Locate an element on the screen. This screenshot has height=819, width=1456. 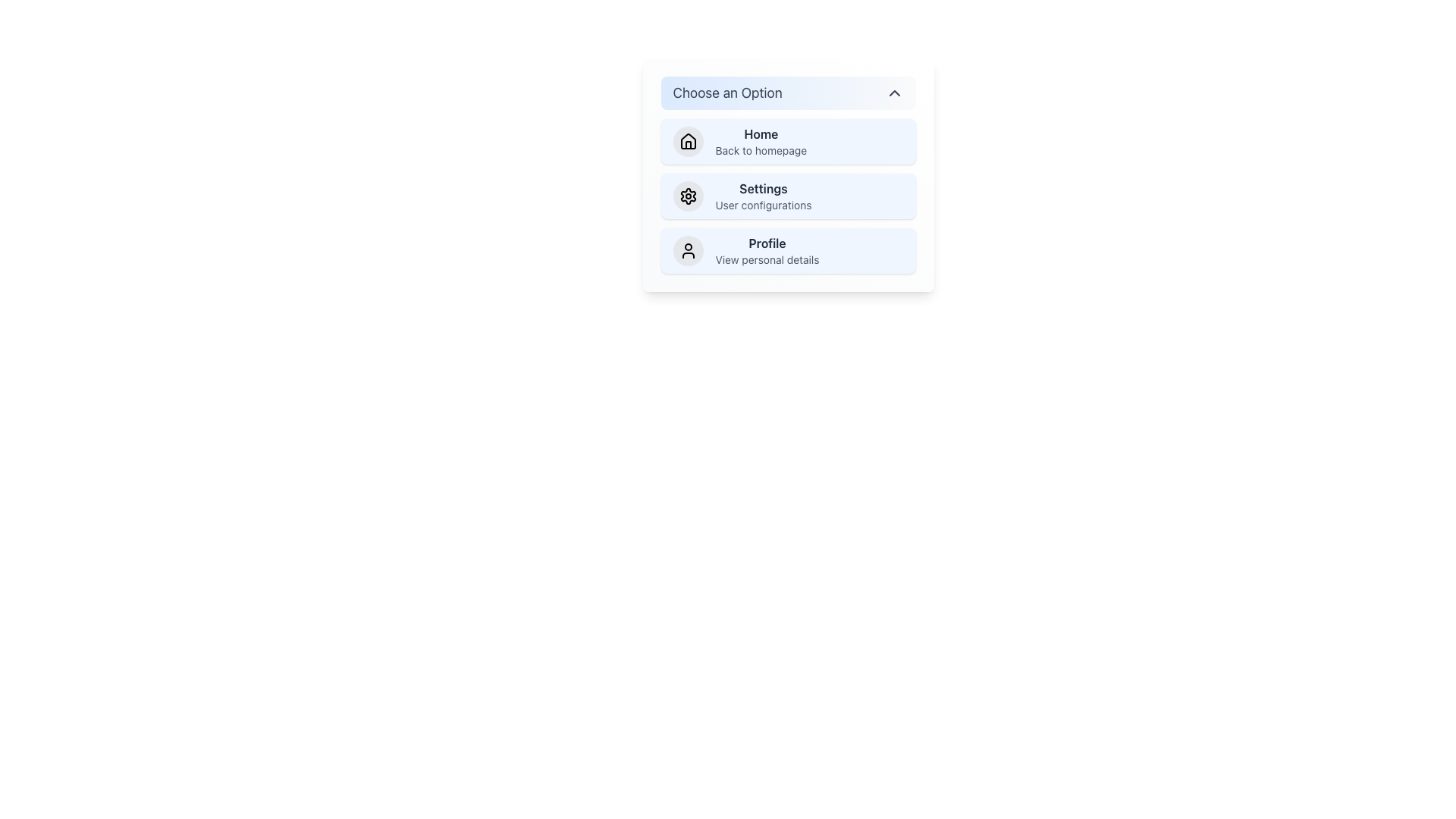
the 'Profile' Text Label which is the third item in the vertical list under 'Choose an Option' is located at coordinates (767, 242).